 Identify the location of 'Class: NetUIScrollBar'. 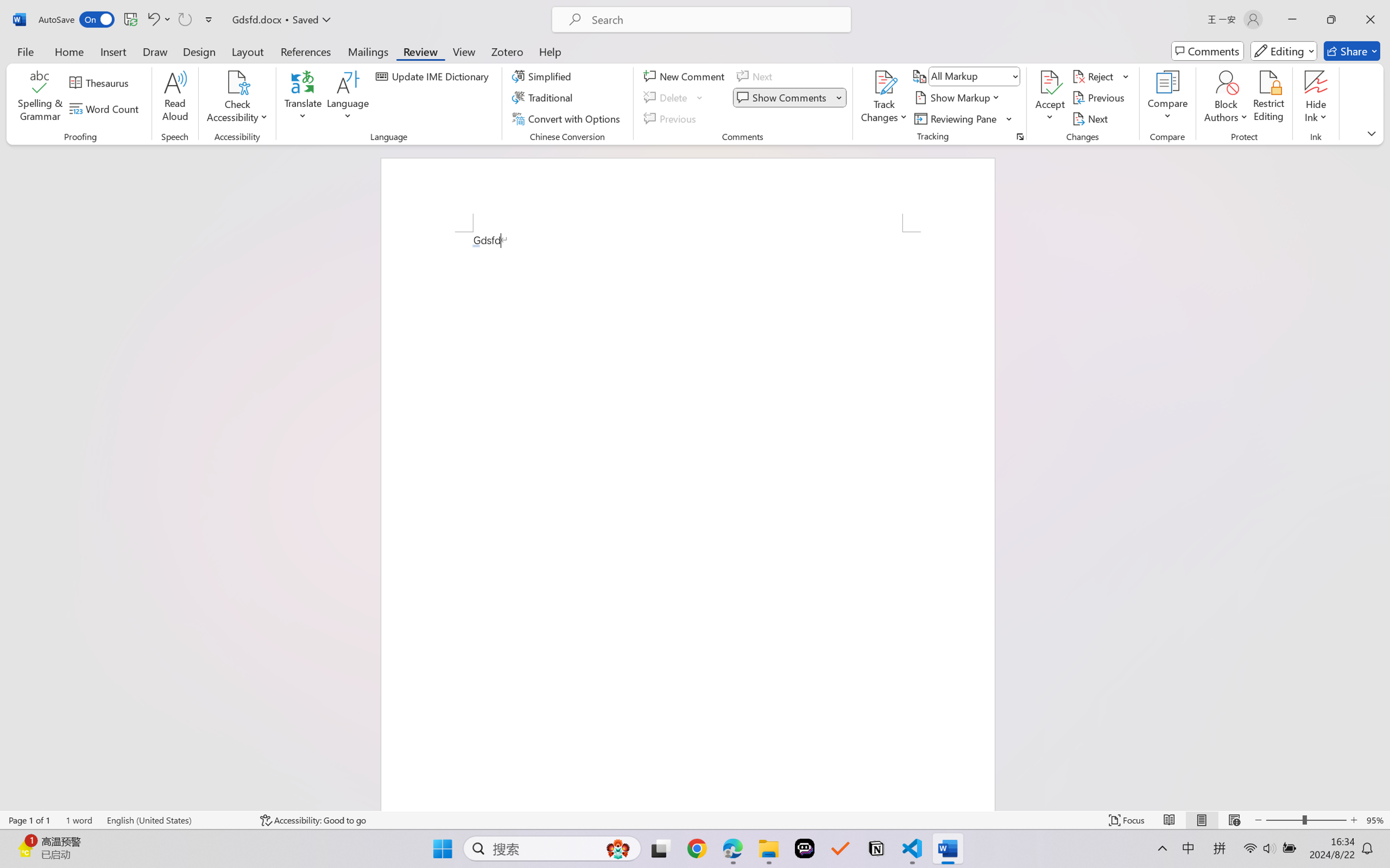
(1383, 477).